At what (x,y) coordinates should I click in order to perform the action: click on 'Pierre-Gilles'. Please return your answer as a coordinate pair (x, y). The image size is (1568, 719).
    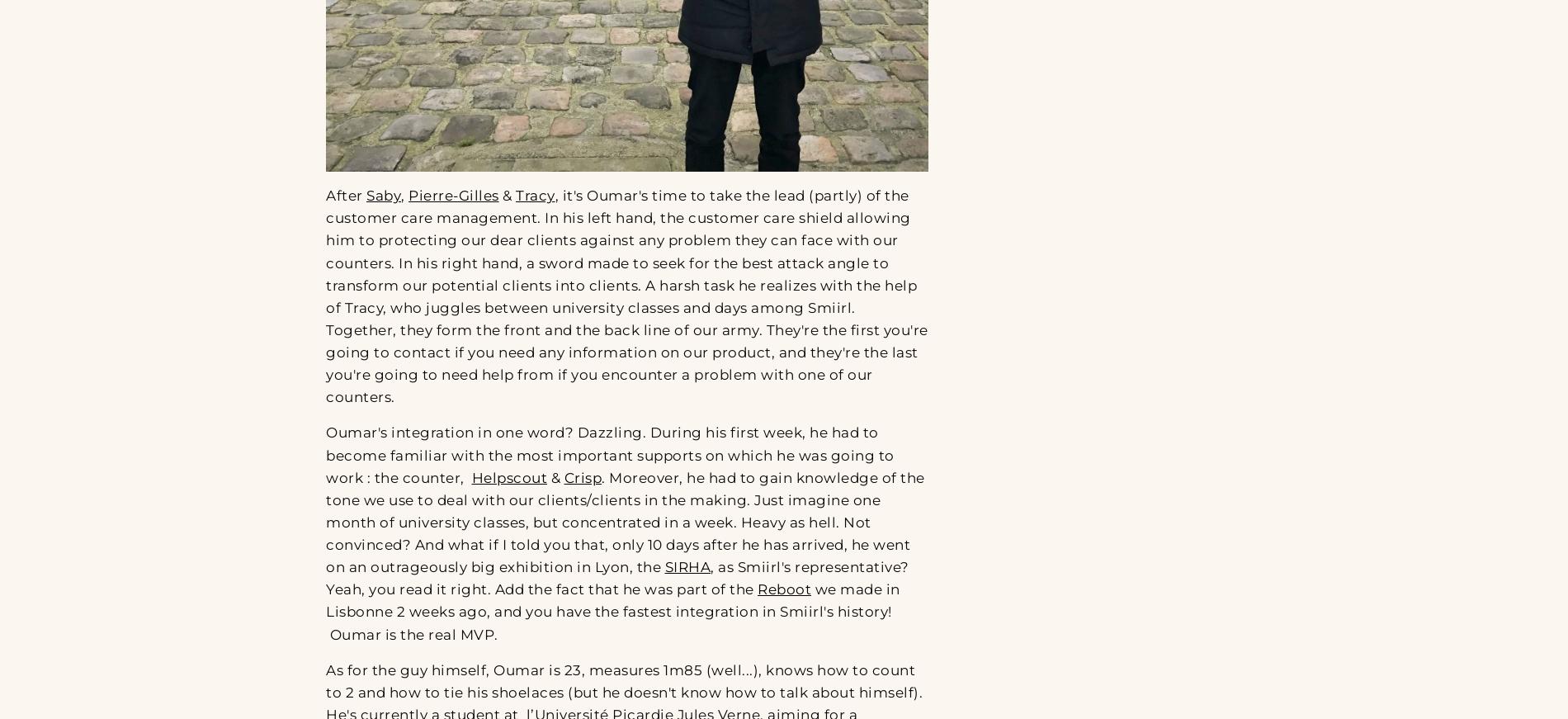
    Looking at the image, I should click on (453, 195).